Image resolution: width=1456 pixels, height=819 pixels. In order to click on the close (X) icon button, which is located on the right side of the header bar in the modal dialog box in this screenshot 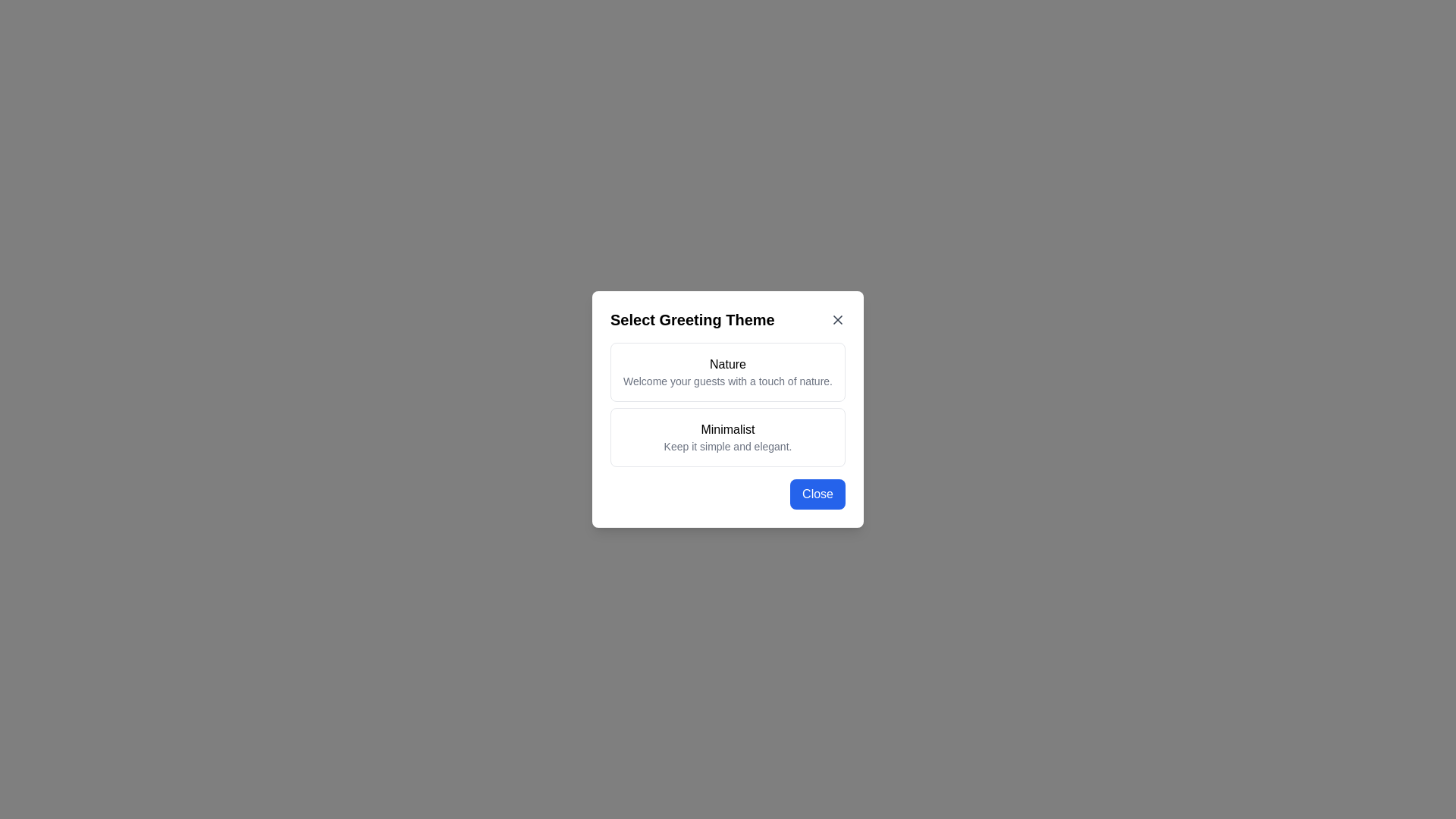, I will do `click(836, 318)`.